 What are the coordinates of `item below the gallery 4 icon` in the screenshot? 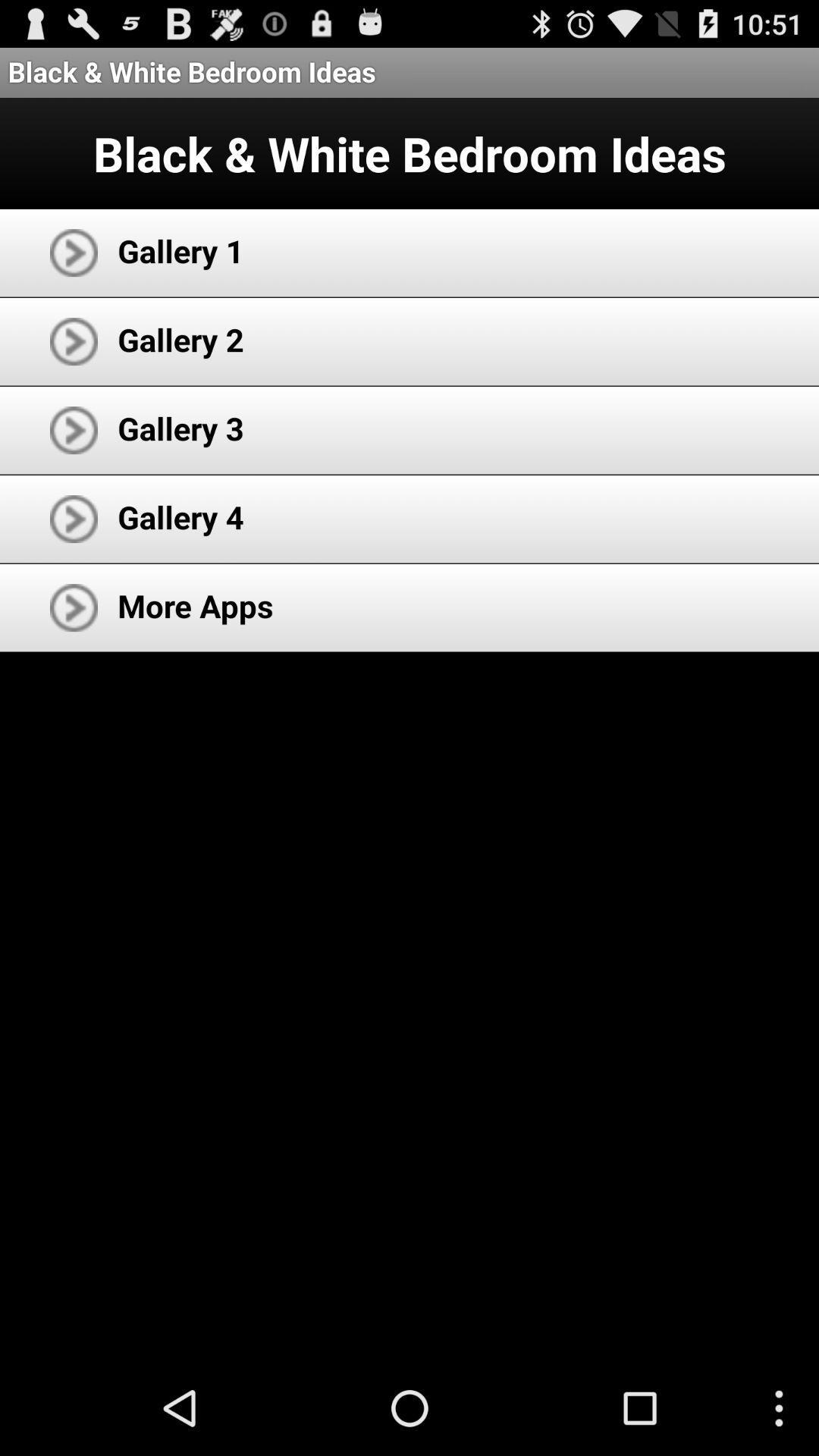 It's located at (195, 604).